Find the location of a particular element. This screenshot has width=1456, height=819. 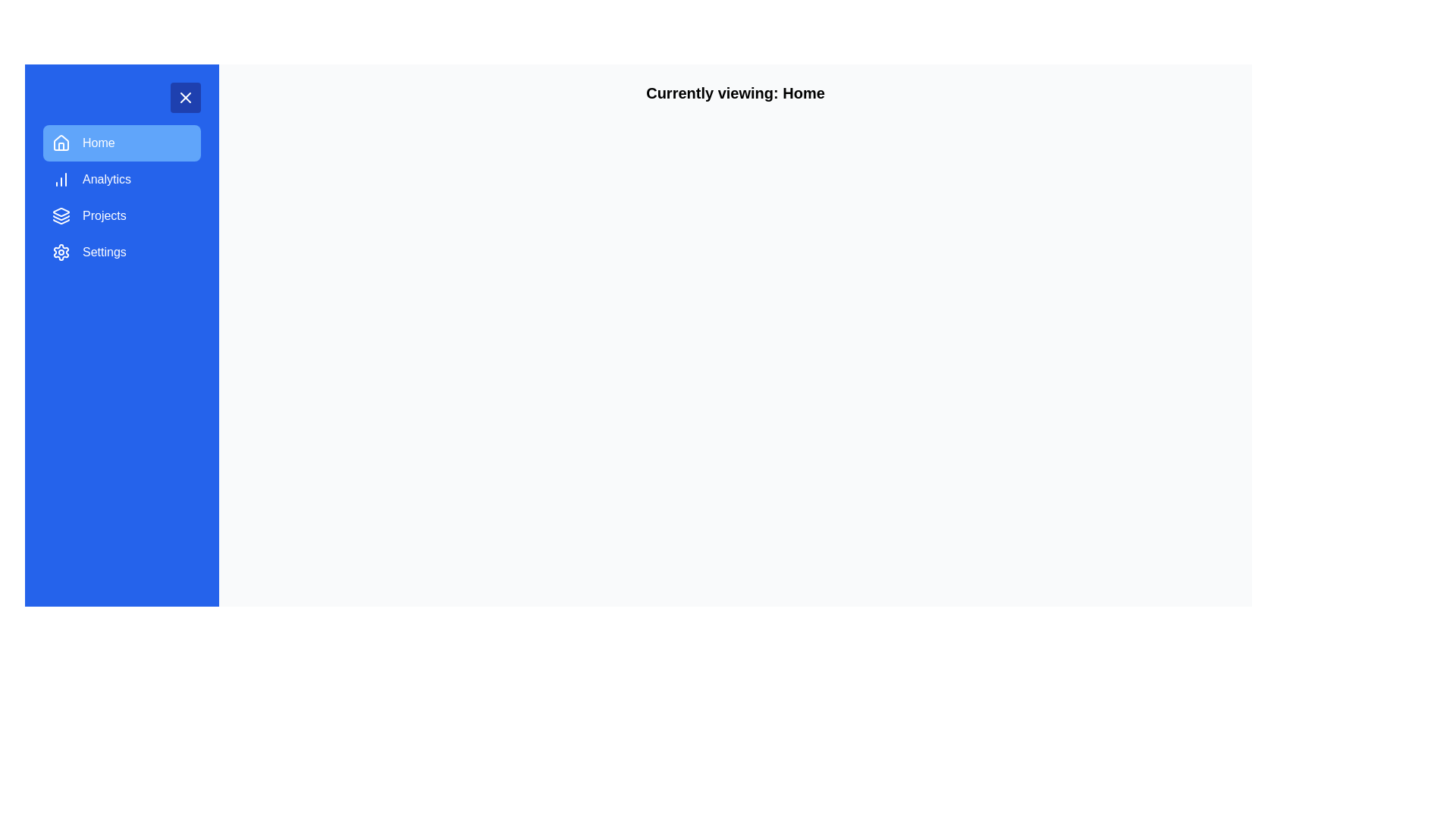

the Close button with a white cross icon located at the top-right corner of the sidebar menu is located at coordinates (184, 97).